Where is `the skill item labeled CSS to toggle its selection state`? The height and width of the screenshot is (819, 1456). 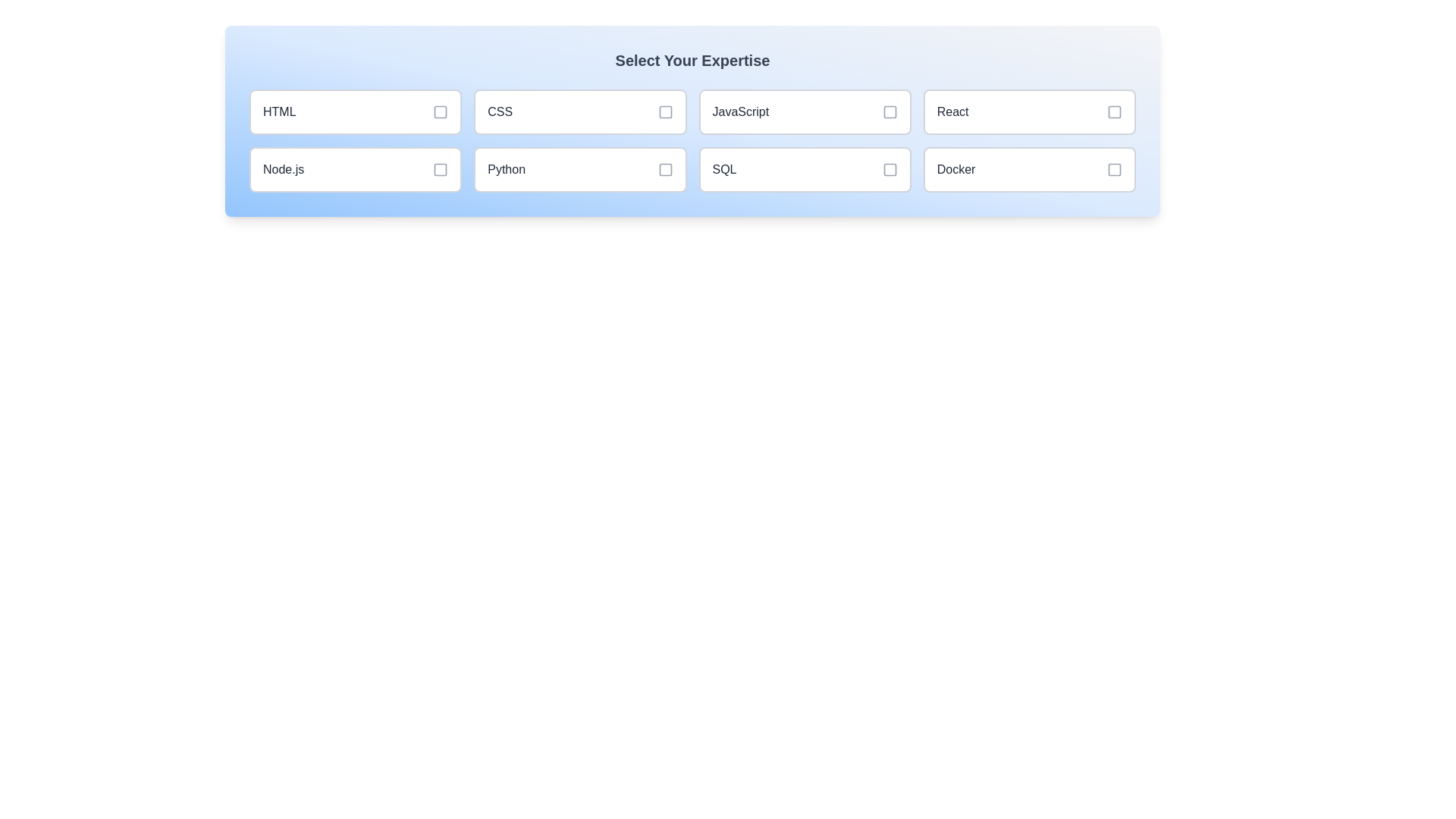 the skill item labeled CSS to toggle its selection state is located at coordinates (579, 111).